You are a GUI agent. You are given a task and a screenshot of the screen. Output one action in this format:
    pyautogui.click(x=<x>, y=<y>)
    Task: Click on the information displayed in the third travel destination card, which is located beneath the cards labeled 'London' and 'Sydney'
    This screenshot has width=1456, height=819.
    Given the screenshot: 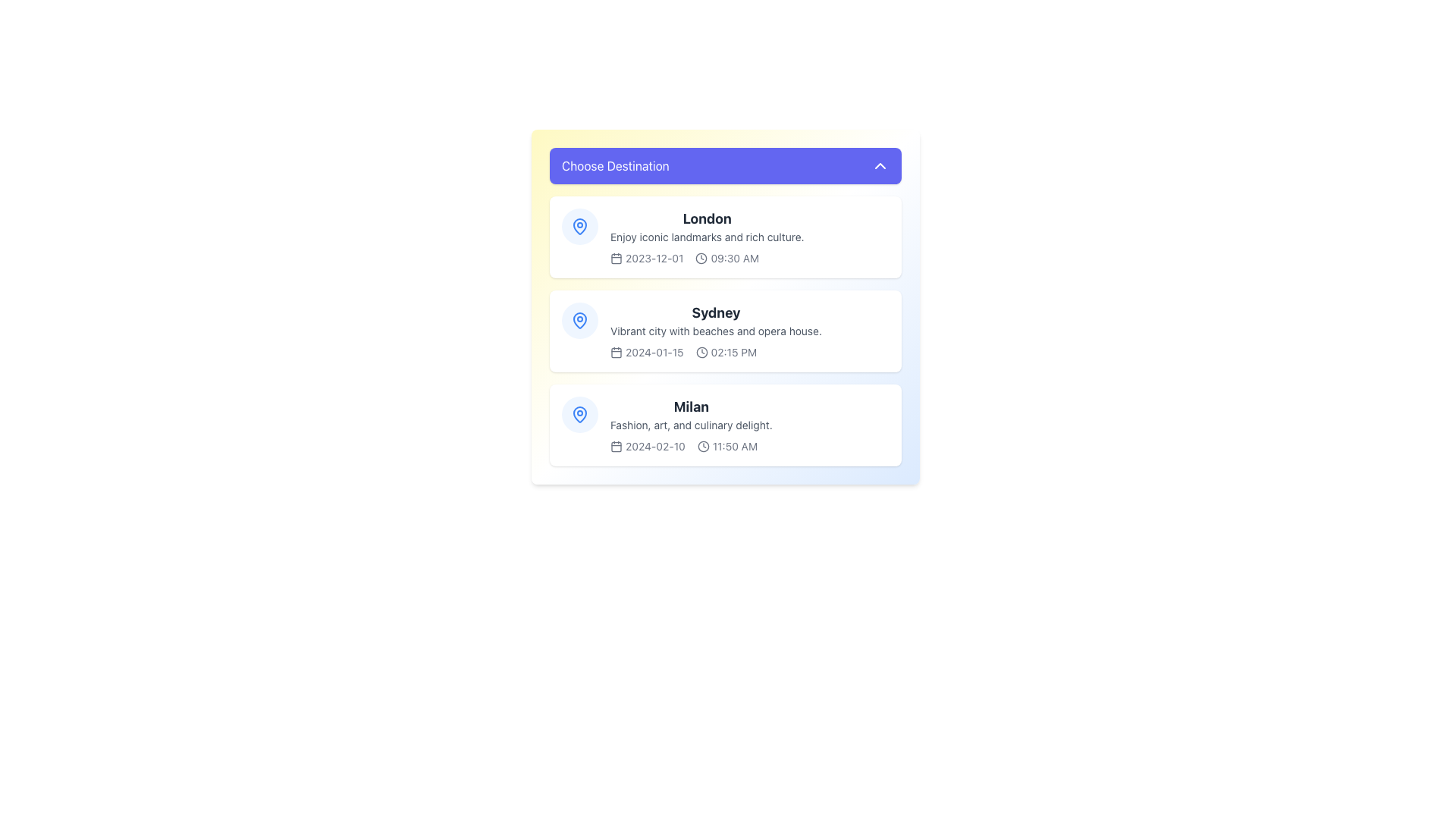 What is the action you would take?
    pyautogui.click(x=691, y=425)
    